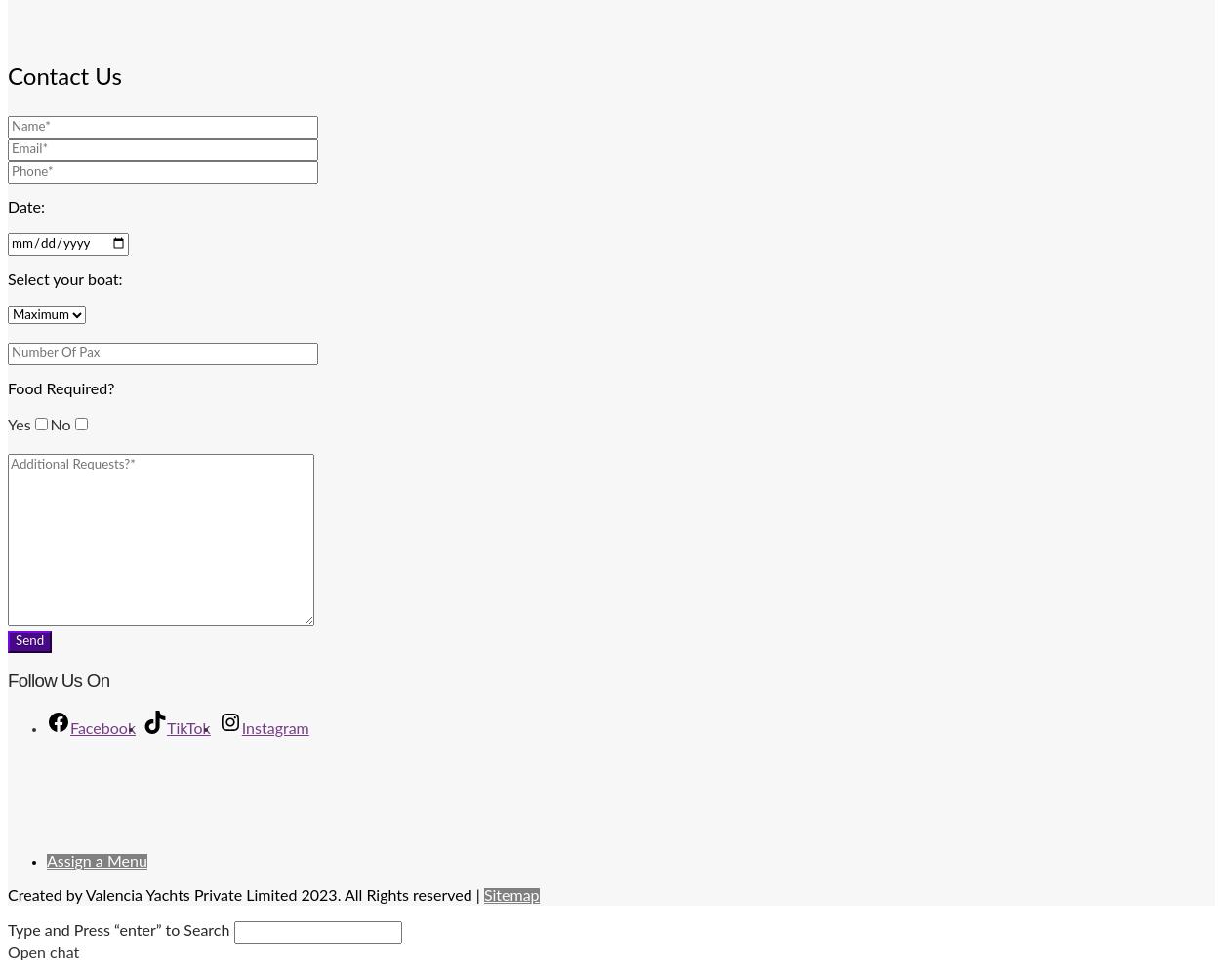 The width and height of the screenshot is (1223, 980). Describe the element at coordinates (8, 387) in the screenshot. I see `'Food Required?'` at that location.